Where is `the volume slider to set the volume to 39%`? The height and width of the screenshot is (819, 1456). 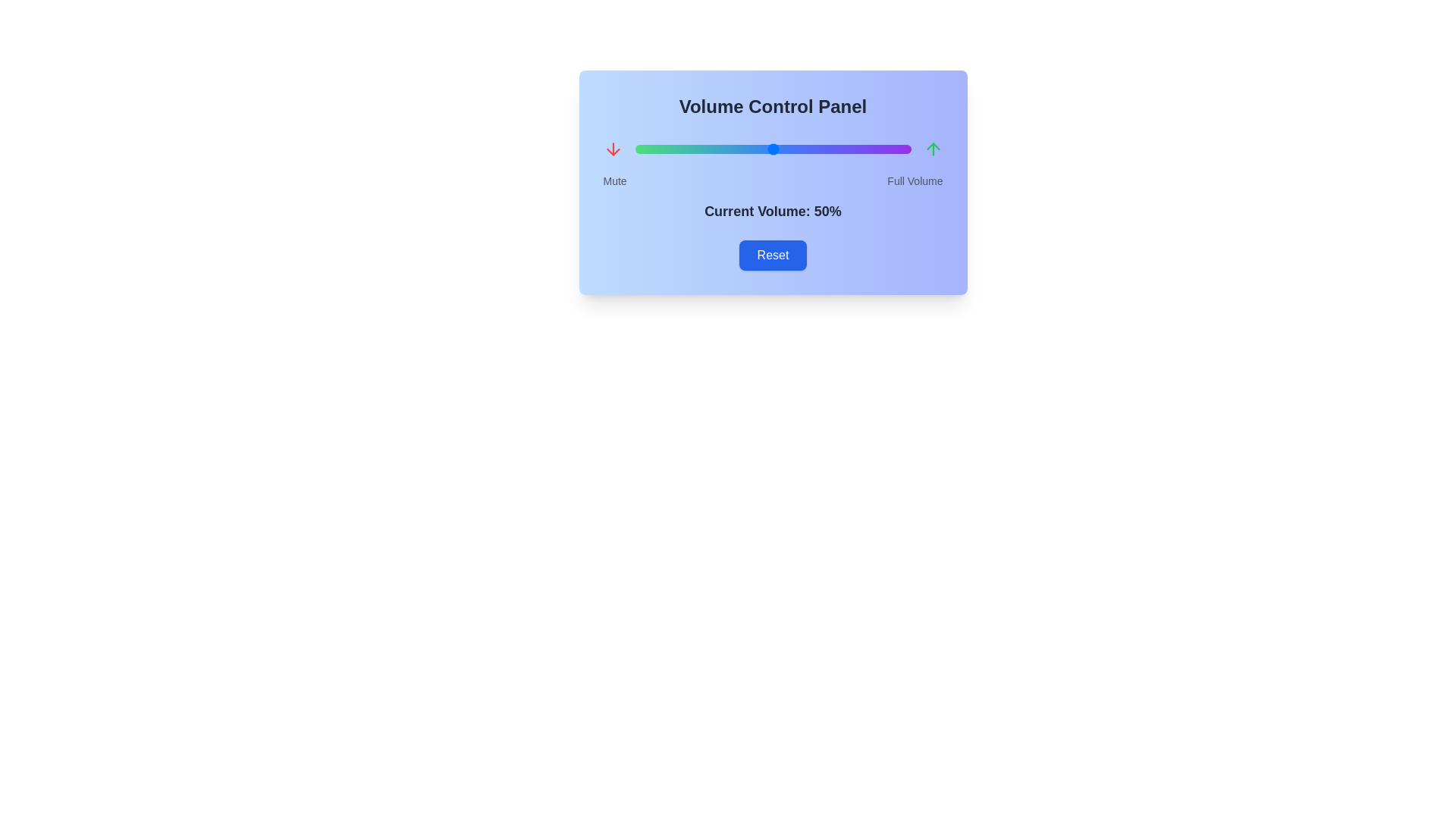
the volume slider to set the volume to 39% is located at coordinates (742, 149).